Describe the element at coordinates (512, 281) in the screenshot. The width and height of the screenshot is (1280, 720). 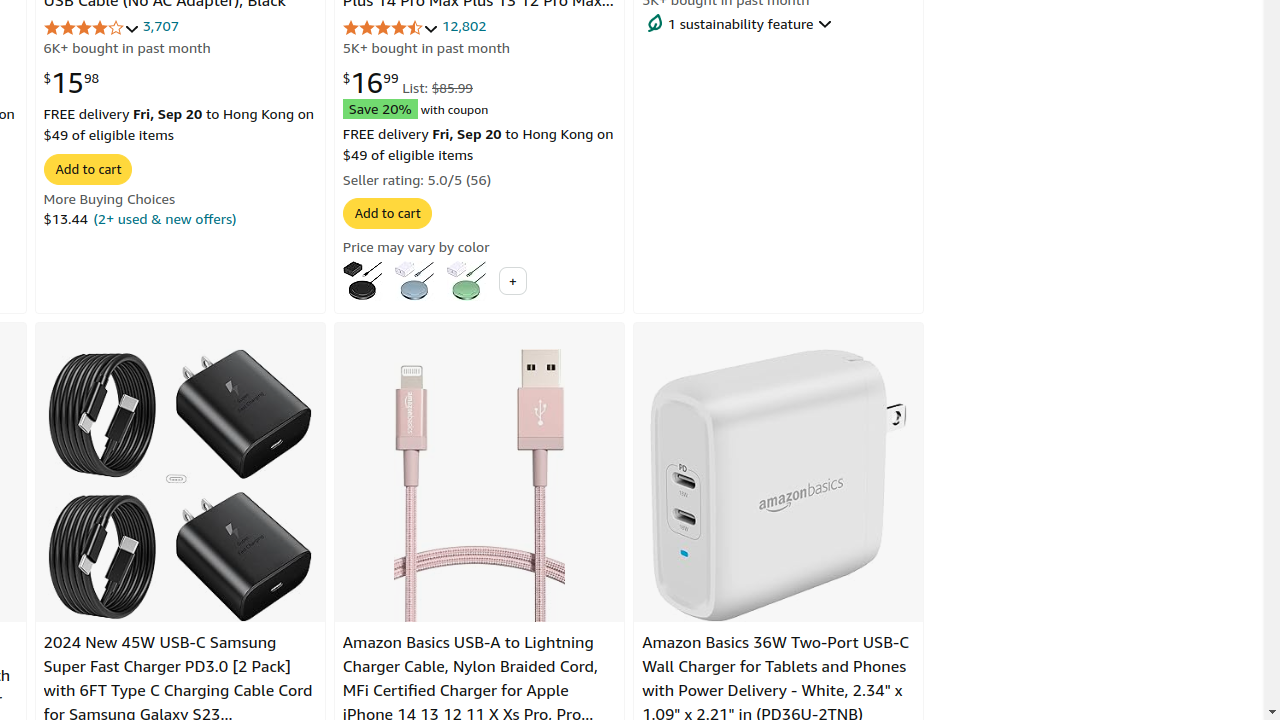
I see `'+'` at that location.